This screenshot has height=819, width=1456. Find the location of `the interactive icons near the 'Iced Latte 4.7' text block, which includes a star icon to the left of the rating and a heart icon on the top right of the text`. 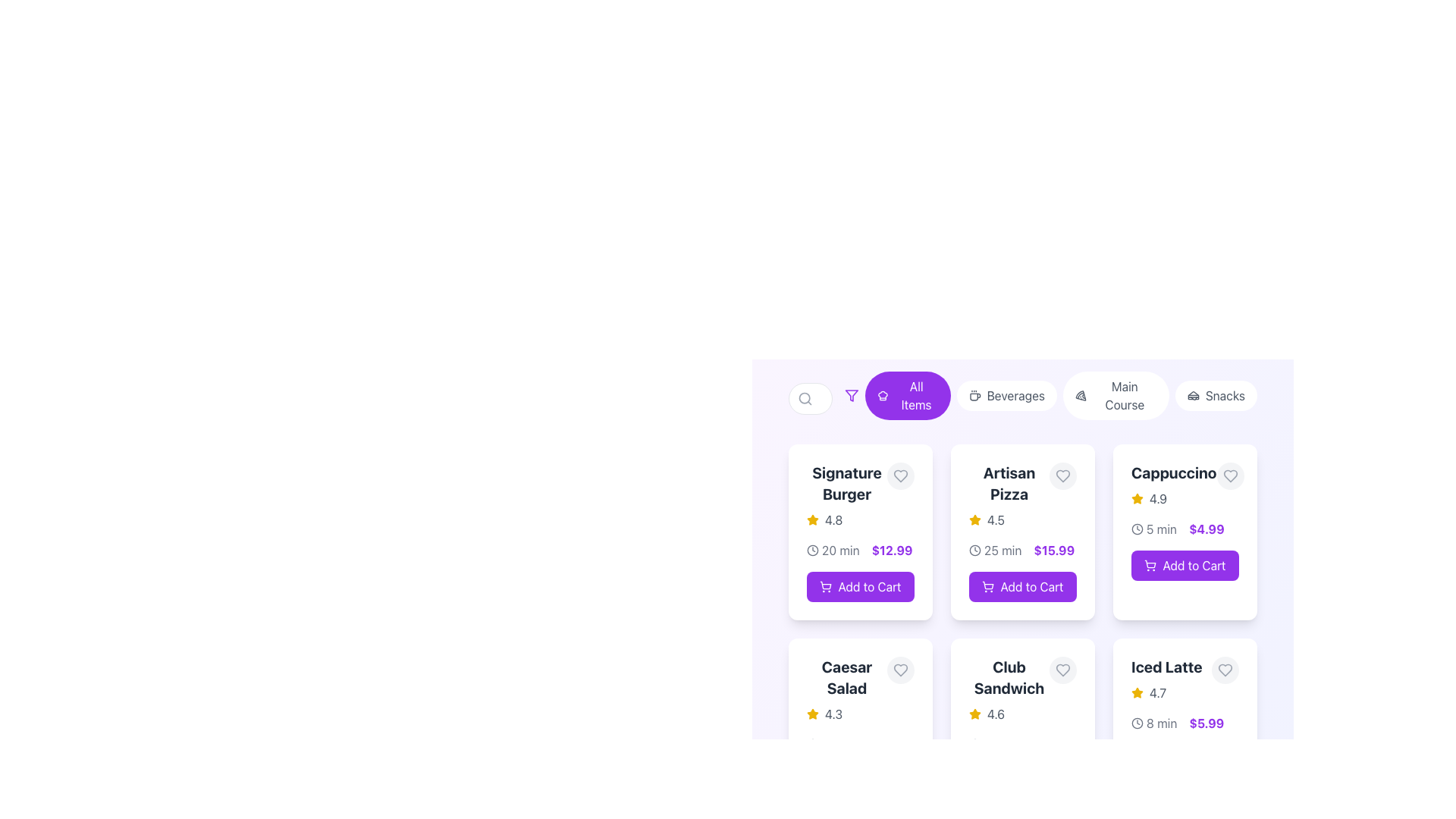

the interactive icons near the 'Iced Latte 4.7' text block, which includes a star icon to the left of the rating and a heart icon on the top right of the text is located at coordinates (1185, 678).